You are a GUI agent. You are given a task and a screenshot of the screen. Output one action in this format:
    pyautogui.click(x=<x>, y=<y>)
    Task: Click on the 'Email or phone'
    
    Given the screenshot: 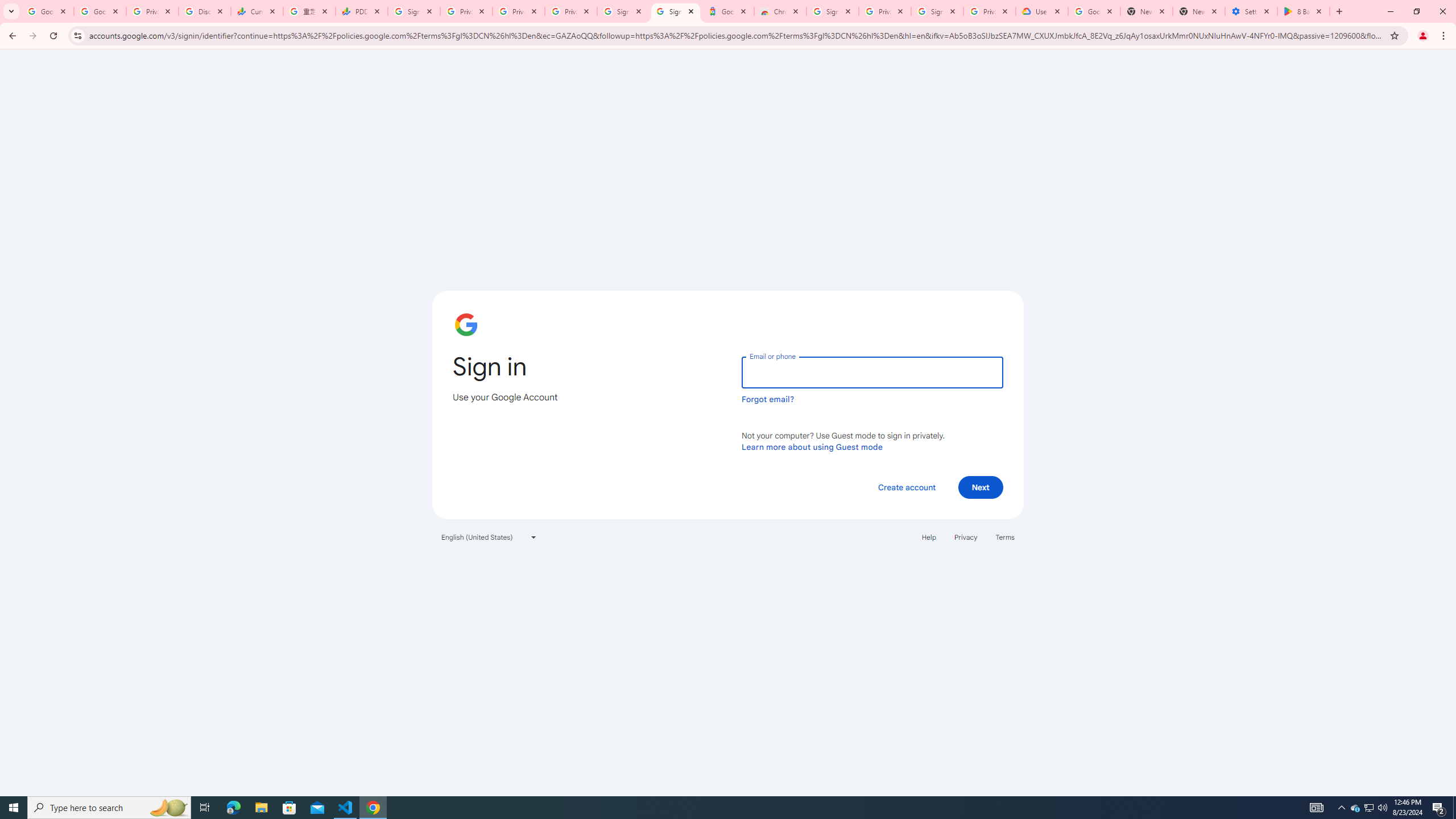 What is the action you would take?
    pyautogui.click(x=871, y=372)
    